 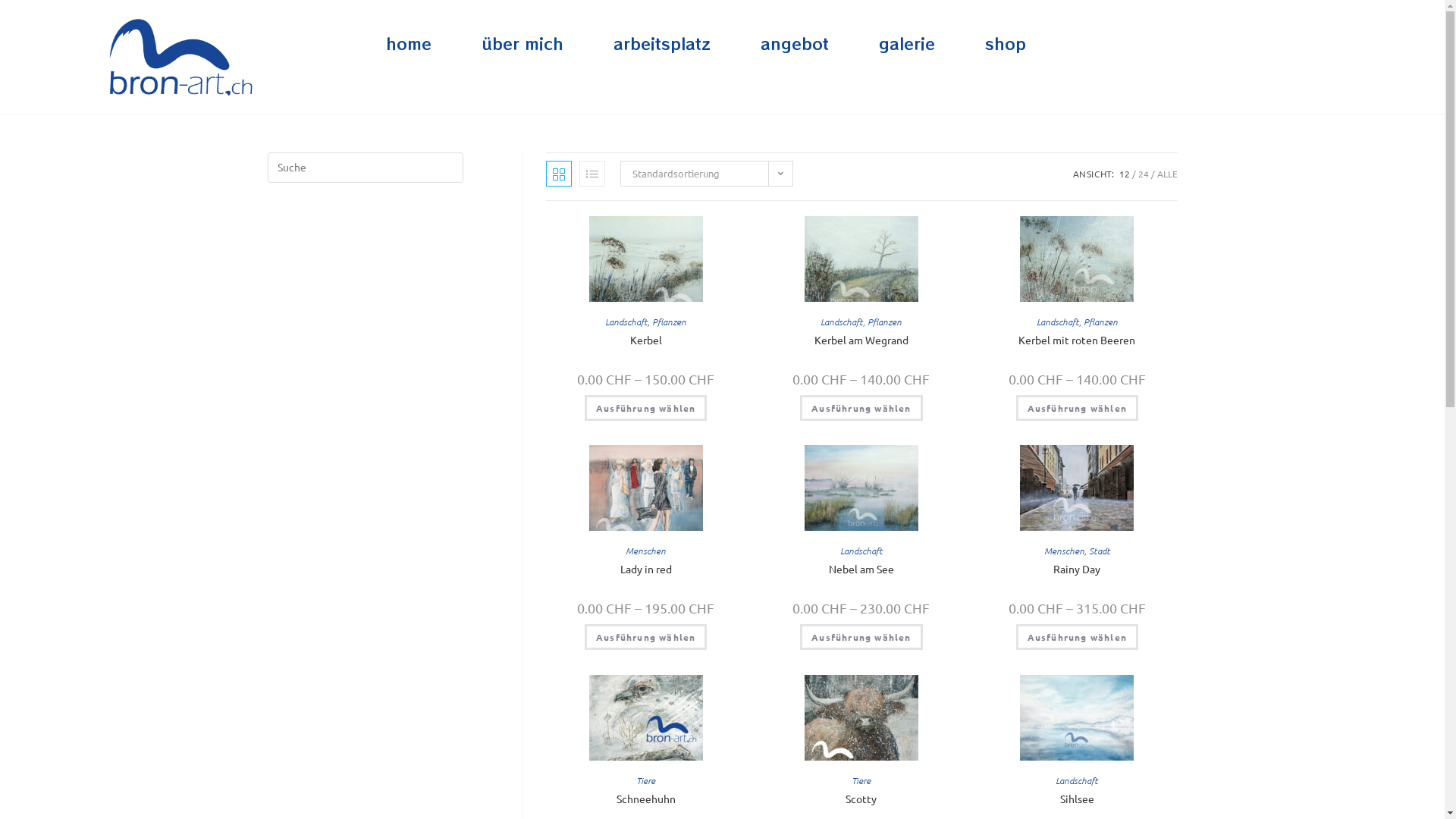 What do you see at coordinates (645, 339) in the screenshot?
I see `'Kerbel'` at bounding box center [645, 339].